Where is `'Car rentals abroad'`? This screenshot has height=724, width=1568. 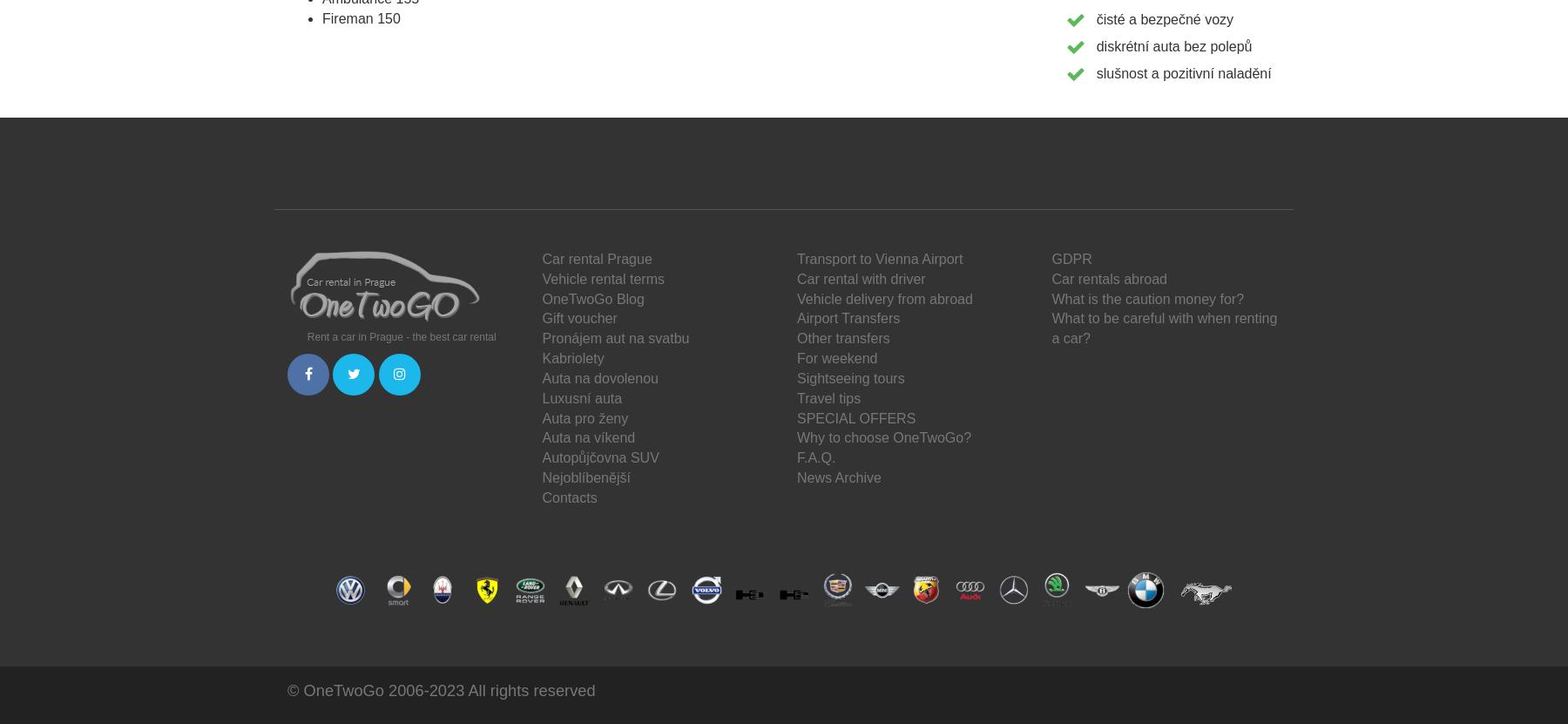 'Car rentals abroad' is located at coordinates (1109, 278).